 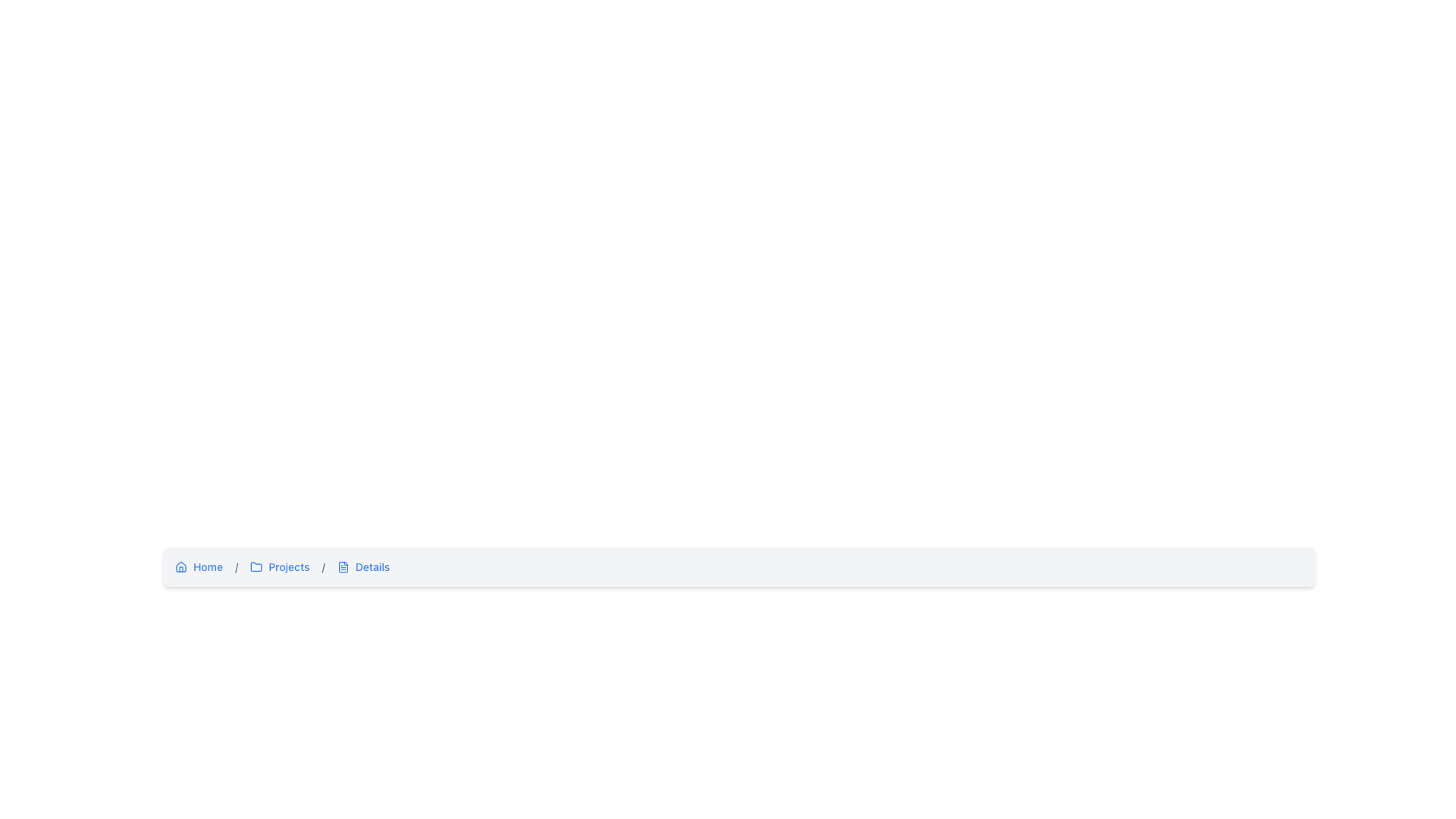 What do you see at coordinates (207, 567) in the screenshot?
I see `the 'Home' text label in the breadcrumb navigation bar to use it as a positional indicator` at bounding box center [207, 567].